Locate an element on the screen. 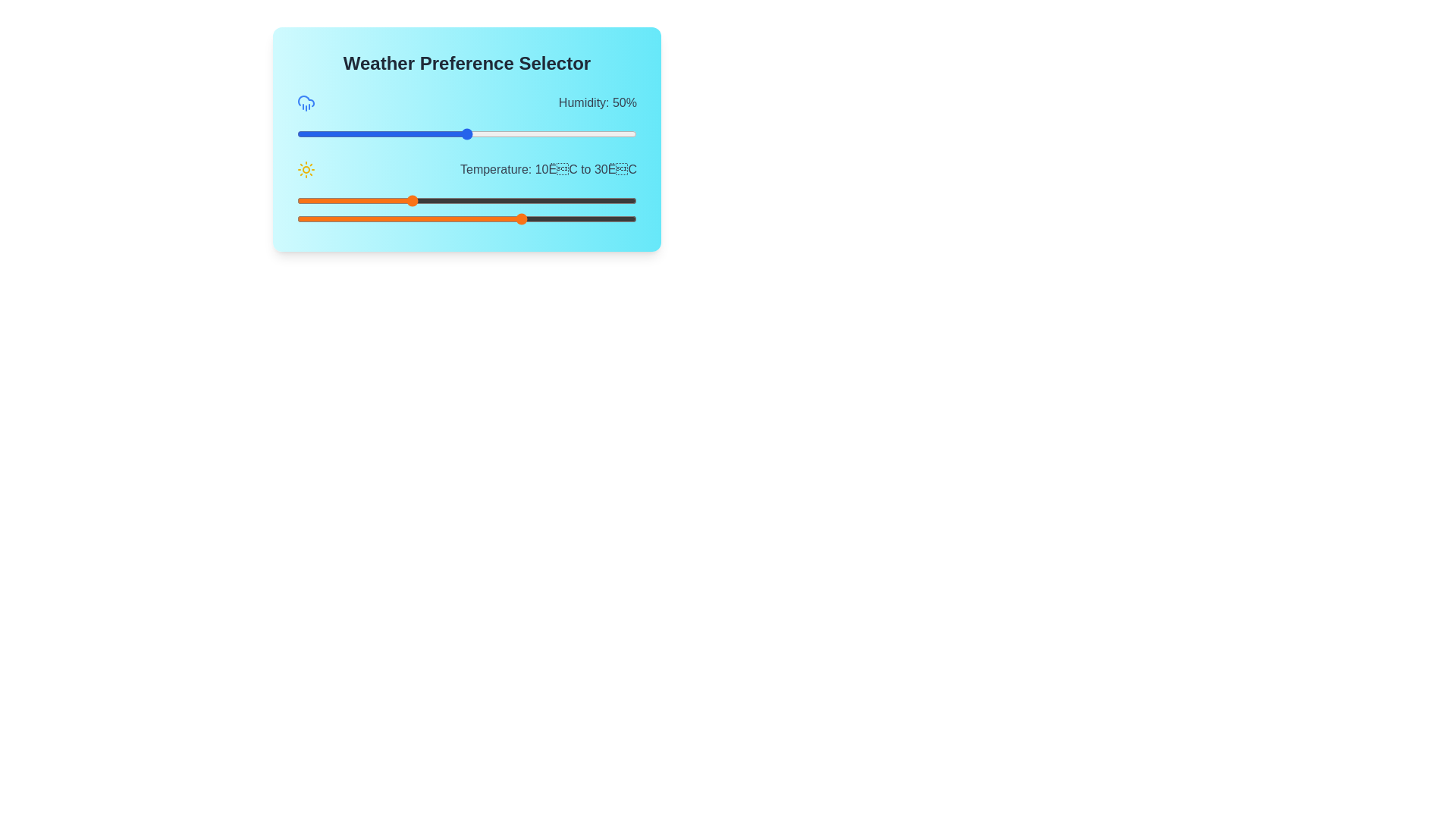 The width and height of the screenshot is (1456, 819). the maximum temperature slider to 9 degrees Celsius is located at coordinates (404, 219).